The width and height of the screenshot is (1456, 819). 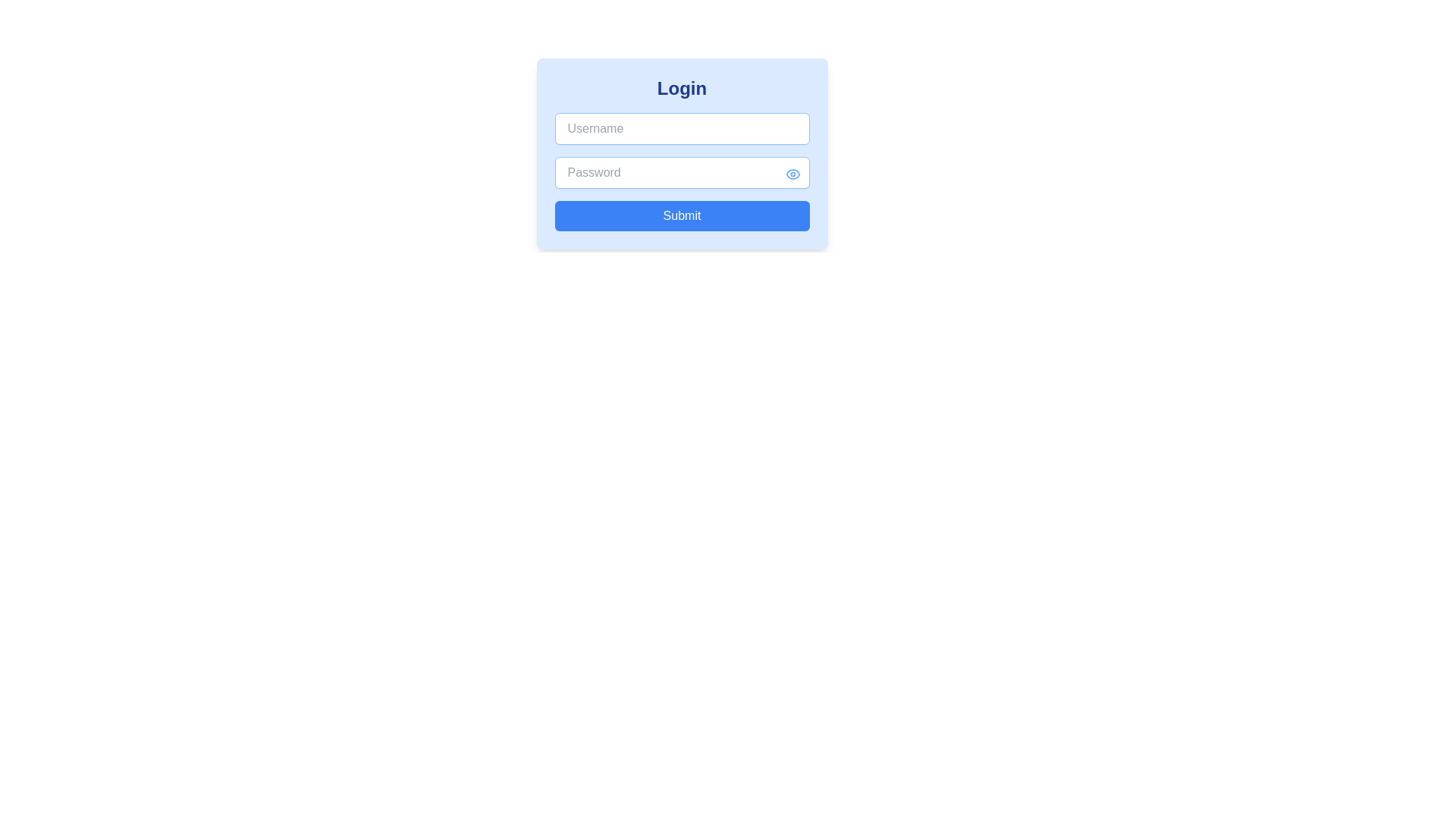 I want to click on the eye icon button located on the right side of the password input field, so click(x=792, y=172).